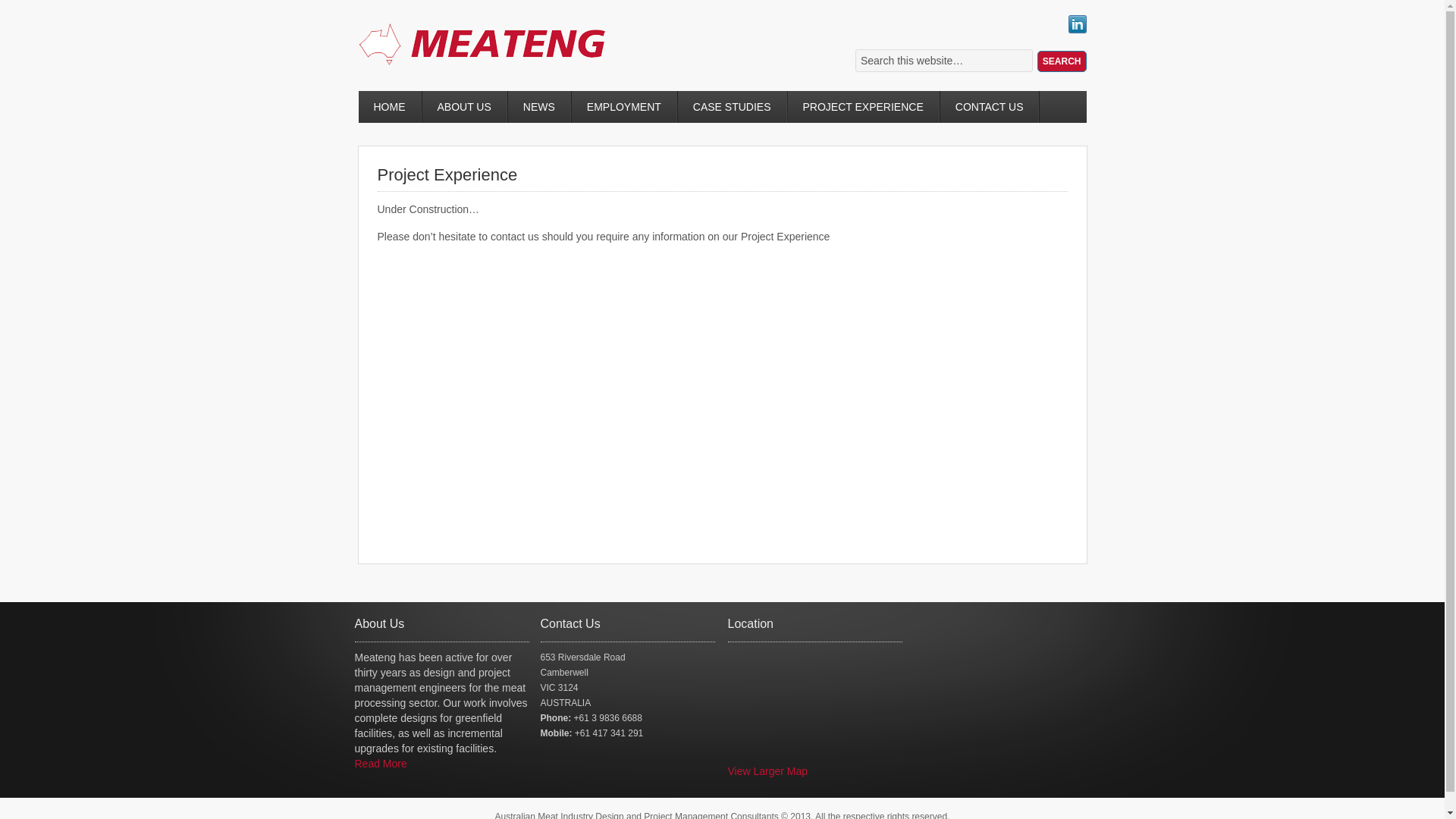 Image resolution: width=1456 pixels, height=819 pixels. I want to click on 'ABOUT US', so click(463, 106).